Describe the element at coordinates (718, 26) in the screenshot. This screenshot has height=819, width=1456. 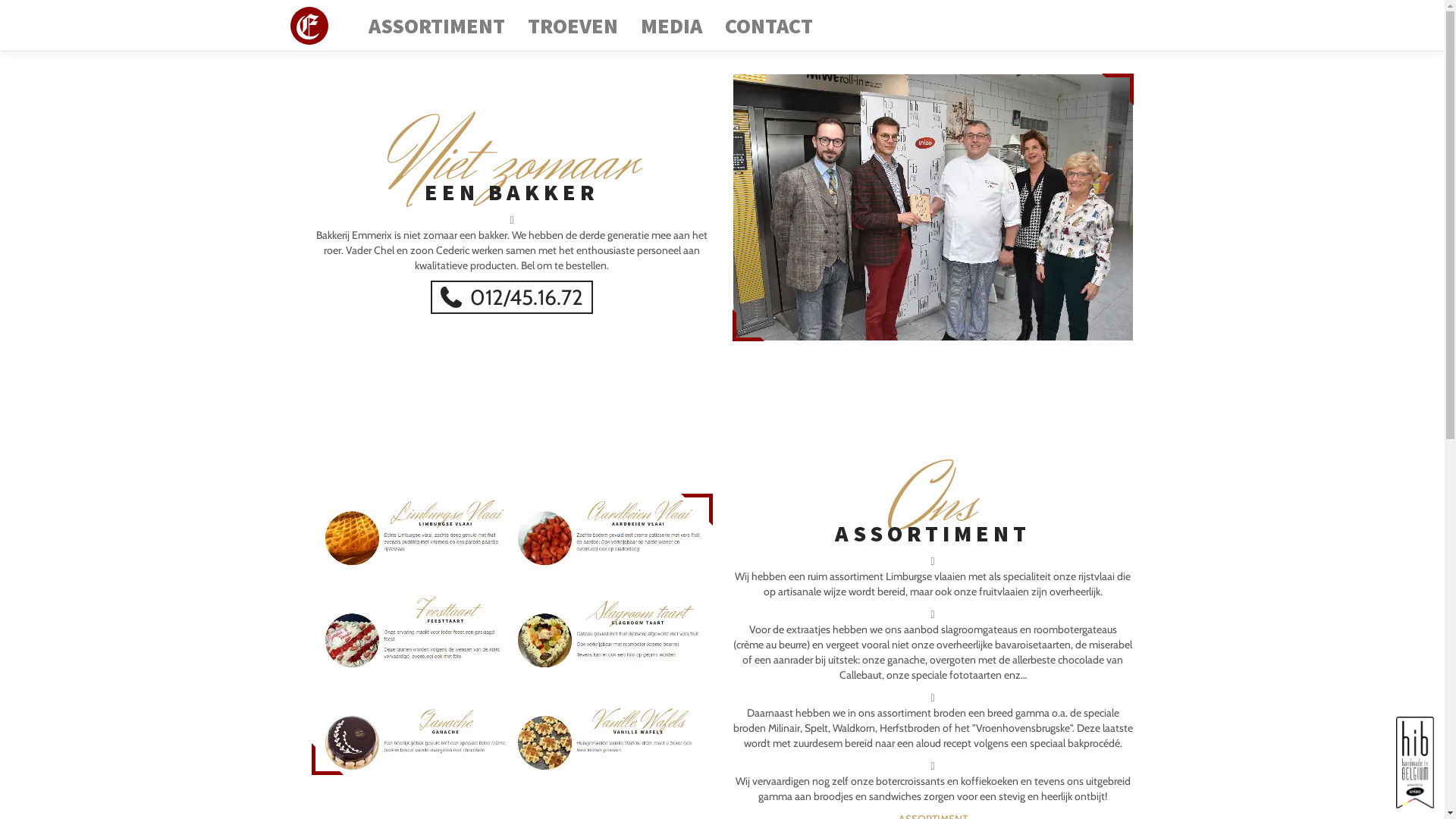
I see `'CONTACT'` at that location.